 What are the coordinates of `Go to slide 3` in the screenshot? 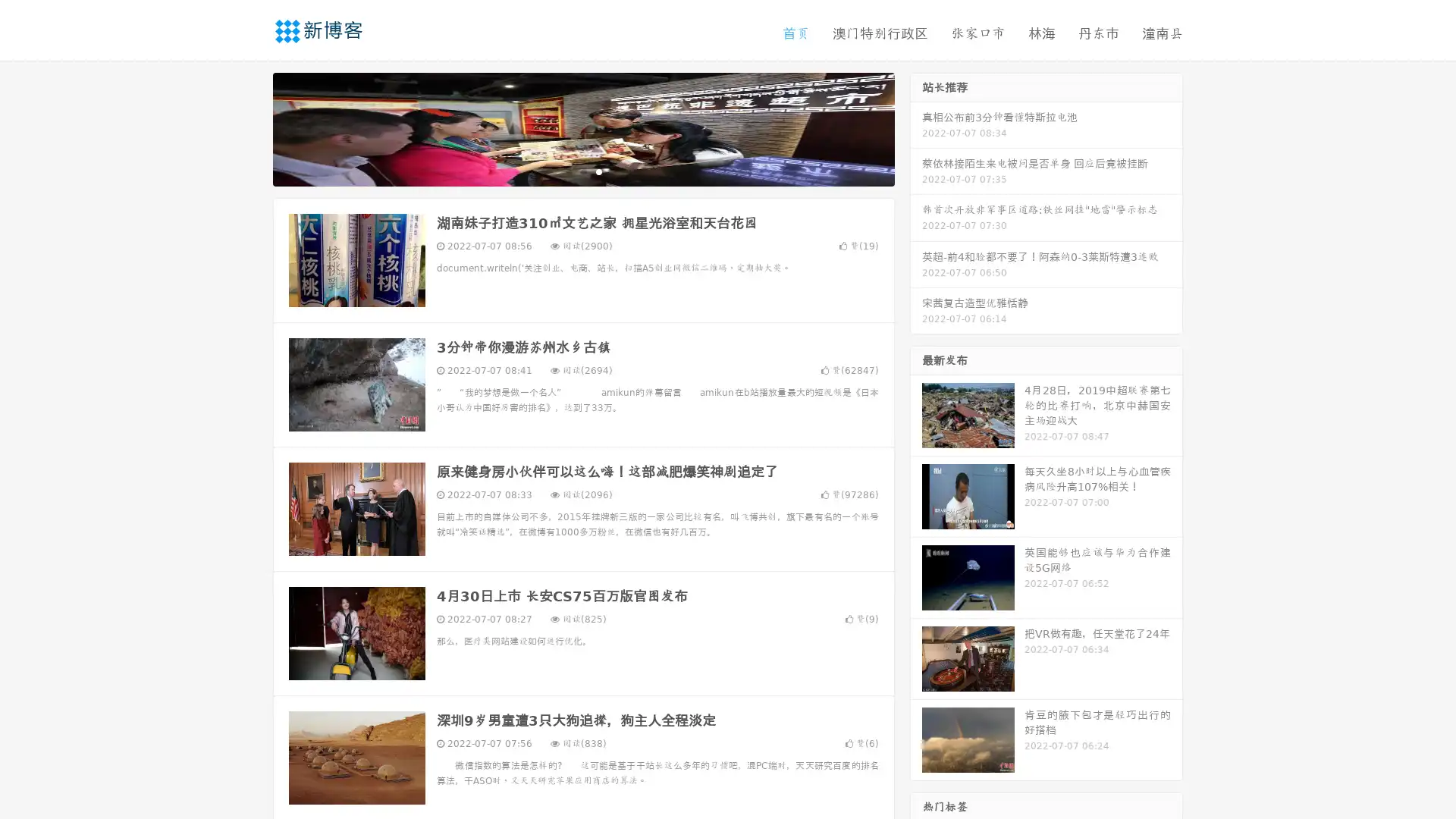 It's located at (598, 171).